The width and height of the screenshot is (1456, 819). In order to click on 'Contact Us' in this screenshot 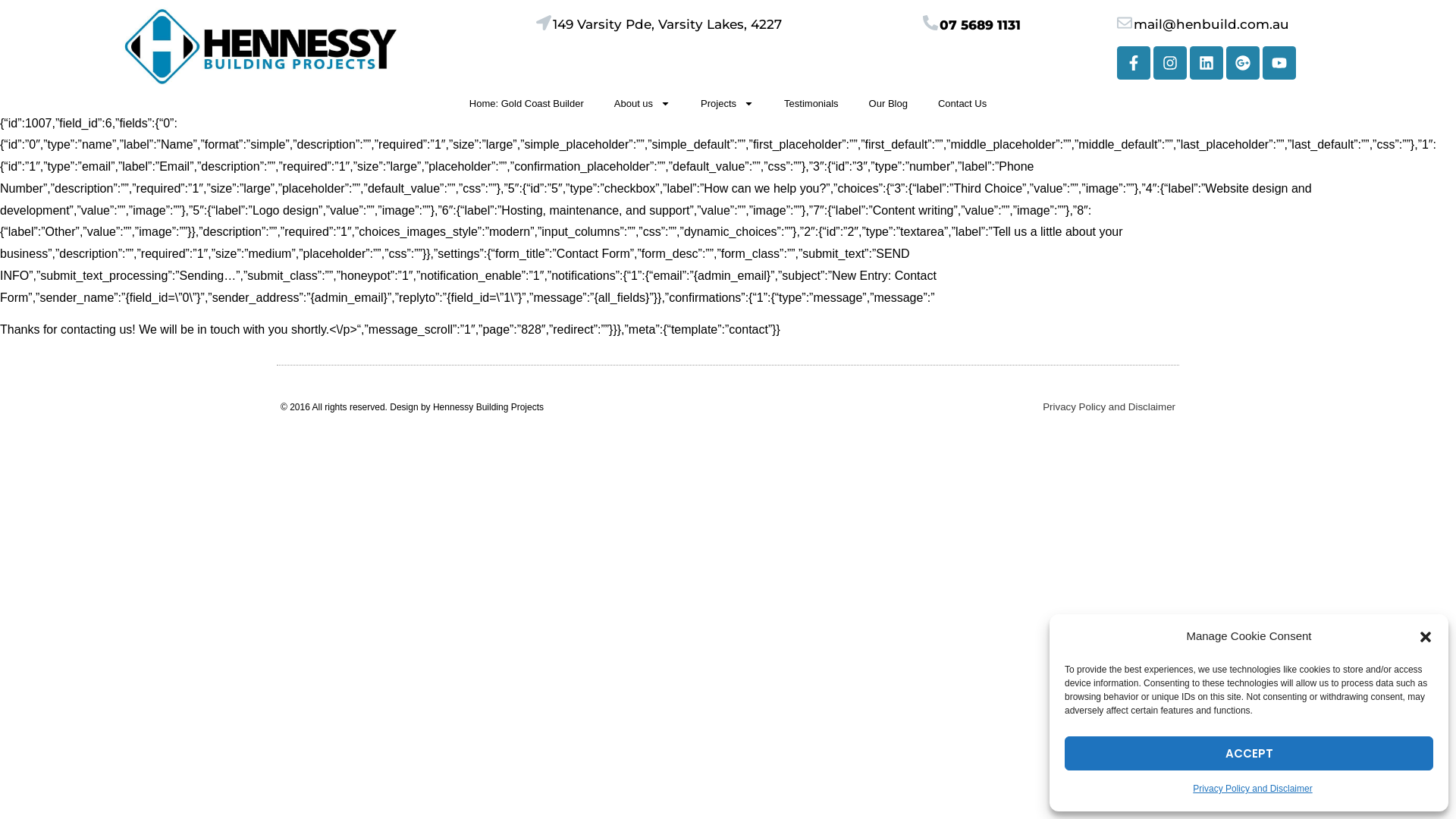, I will do `click(961, 102)`.